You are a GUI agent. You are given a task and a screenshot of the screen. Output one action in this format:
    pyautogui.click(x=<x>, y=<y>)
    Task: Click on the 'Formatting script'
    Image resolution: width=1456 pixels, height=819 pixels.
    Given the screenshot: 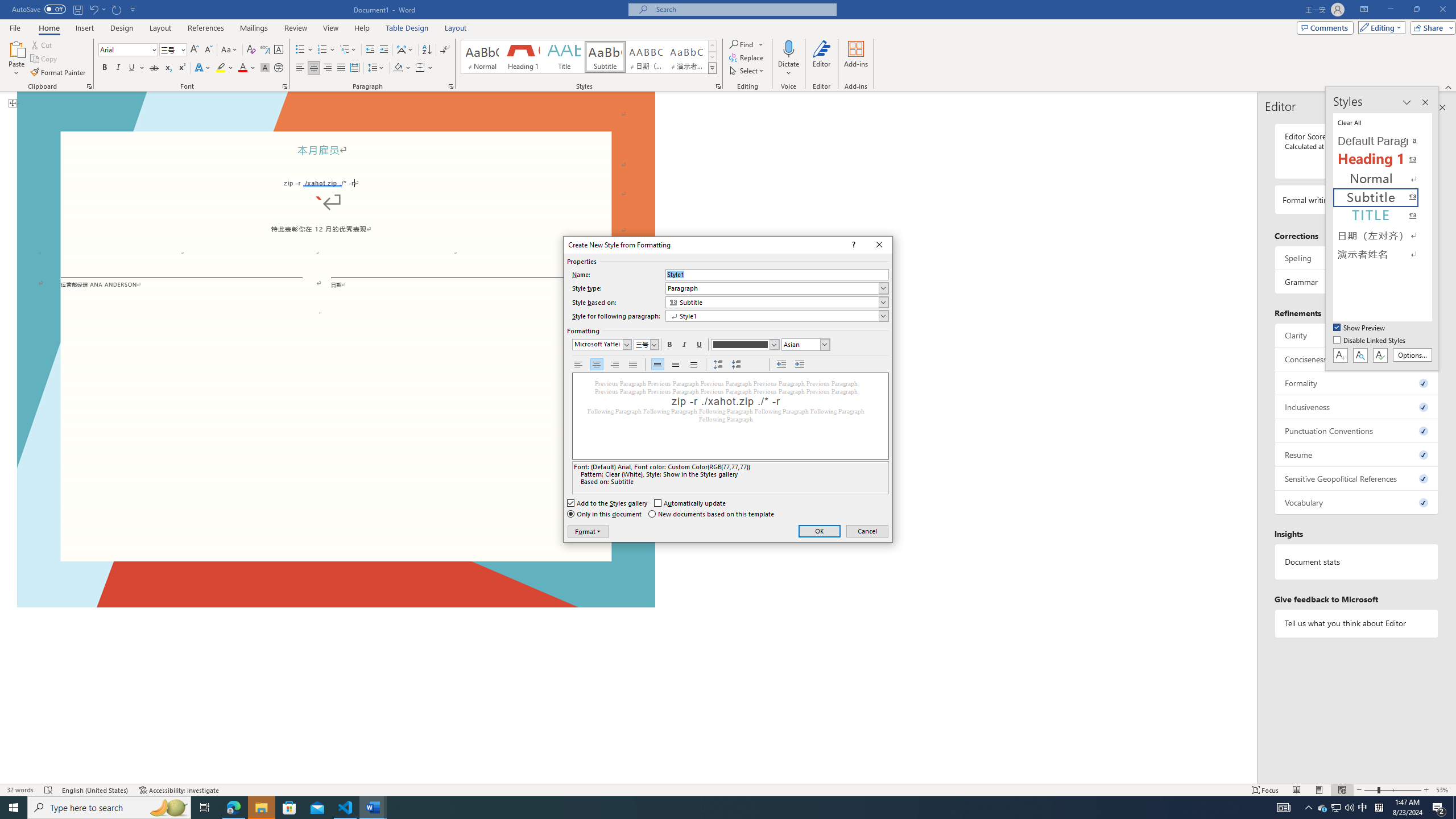 What is the action you would take?
    pyautogui.click(x=805, y=344)
    